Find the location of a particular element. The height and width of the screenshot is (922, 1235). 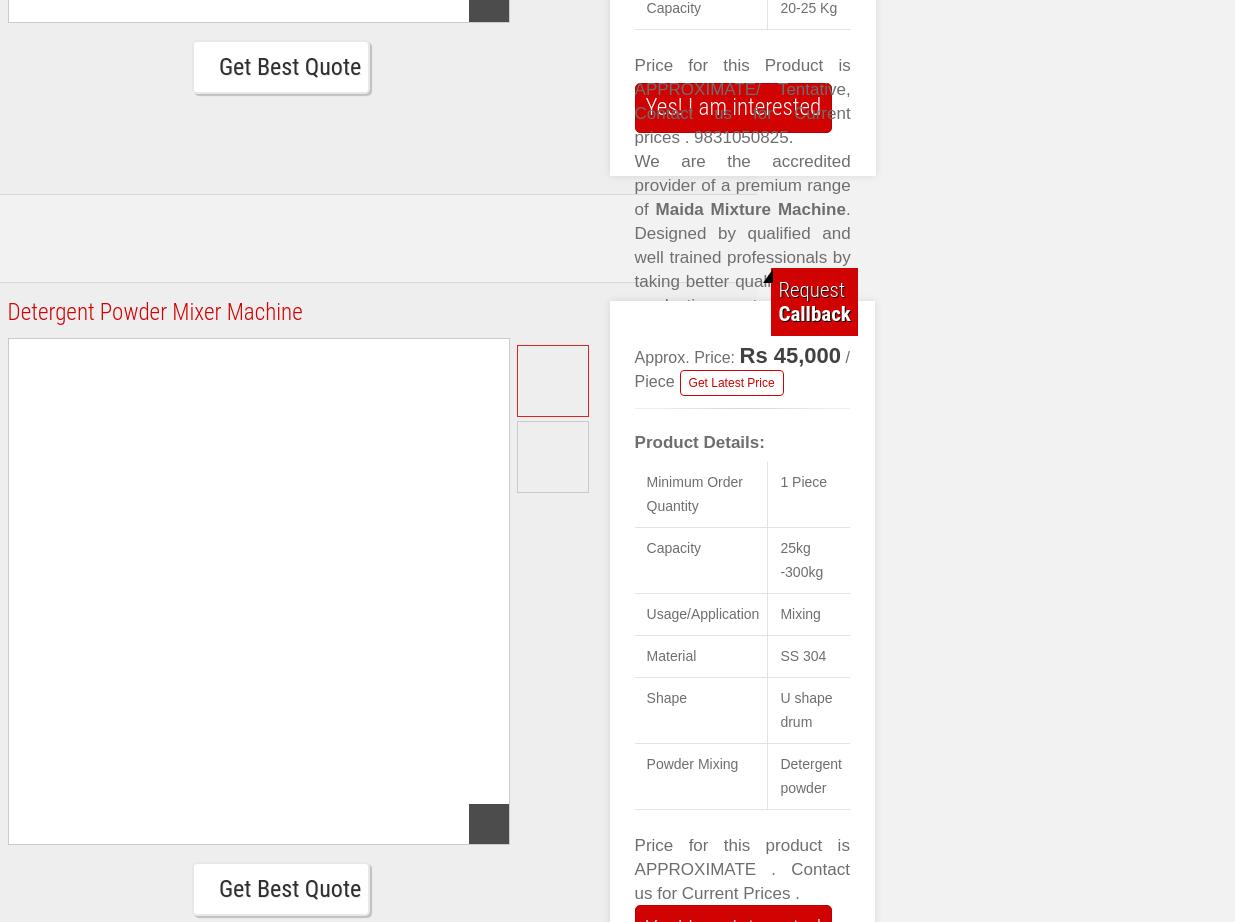

'Powder Mixing' is located at coordinates (691, 762).